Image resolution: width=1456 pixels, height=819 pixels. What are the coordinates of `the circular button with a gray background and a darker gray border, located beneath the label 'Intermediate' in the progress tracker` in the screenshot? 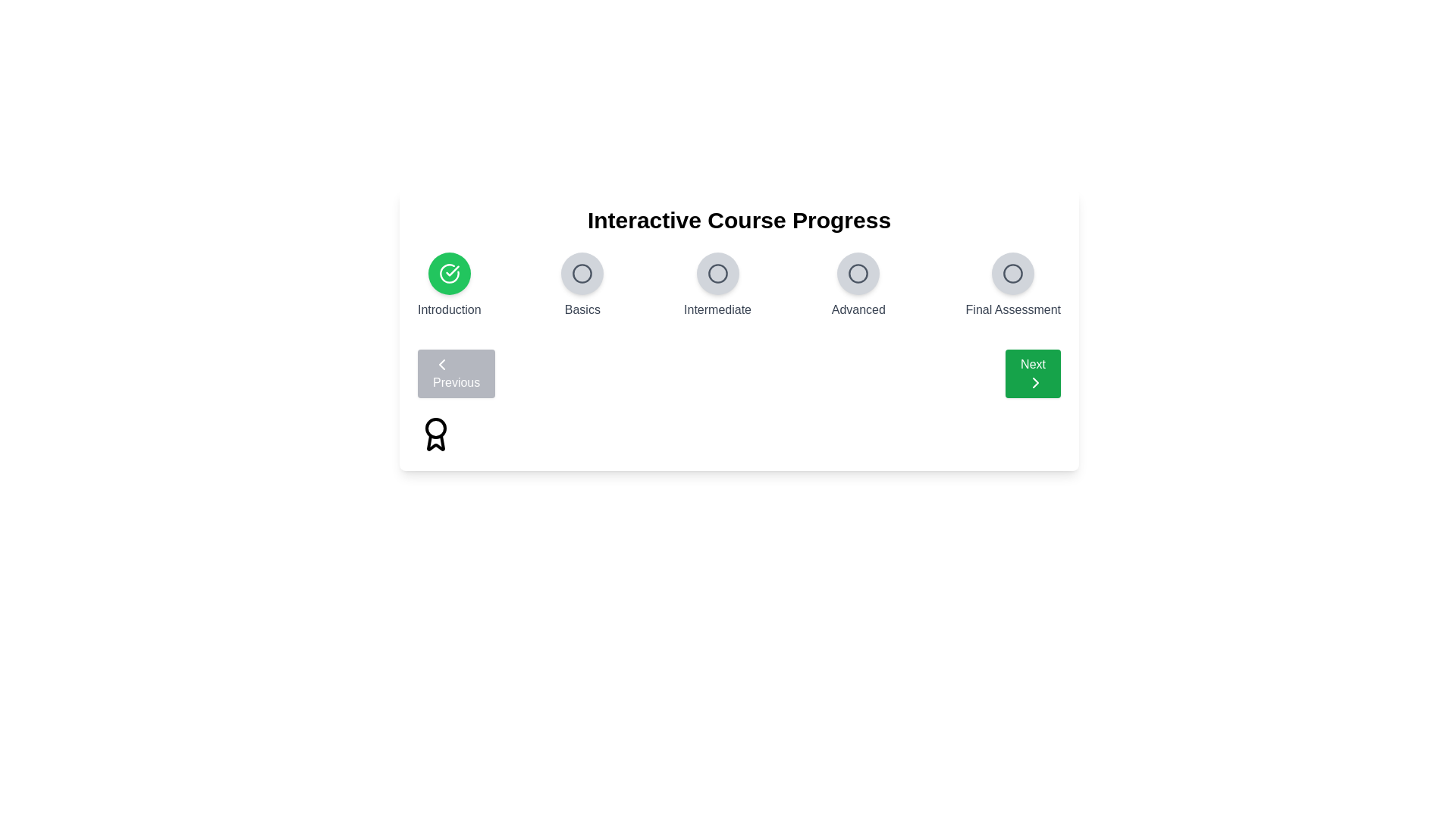 It's located at (717, 274).